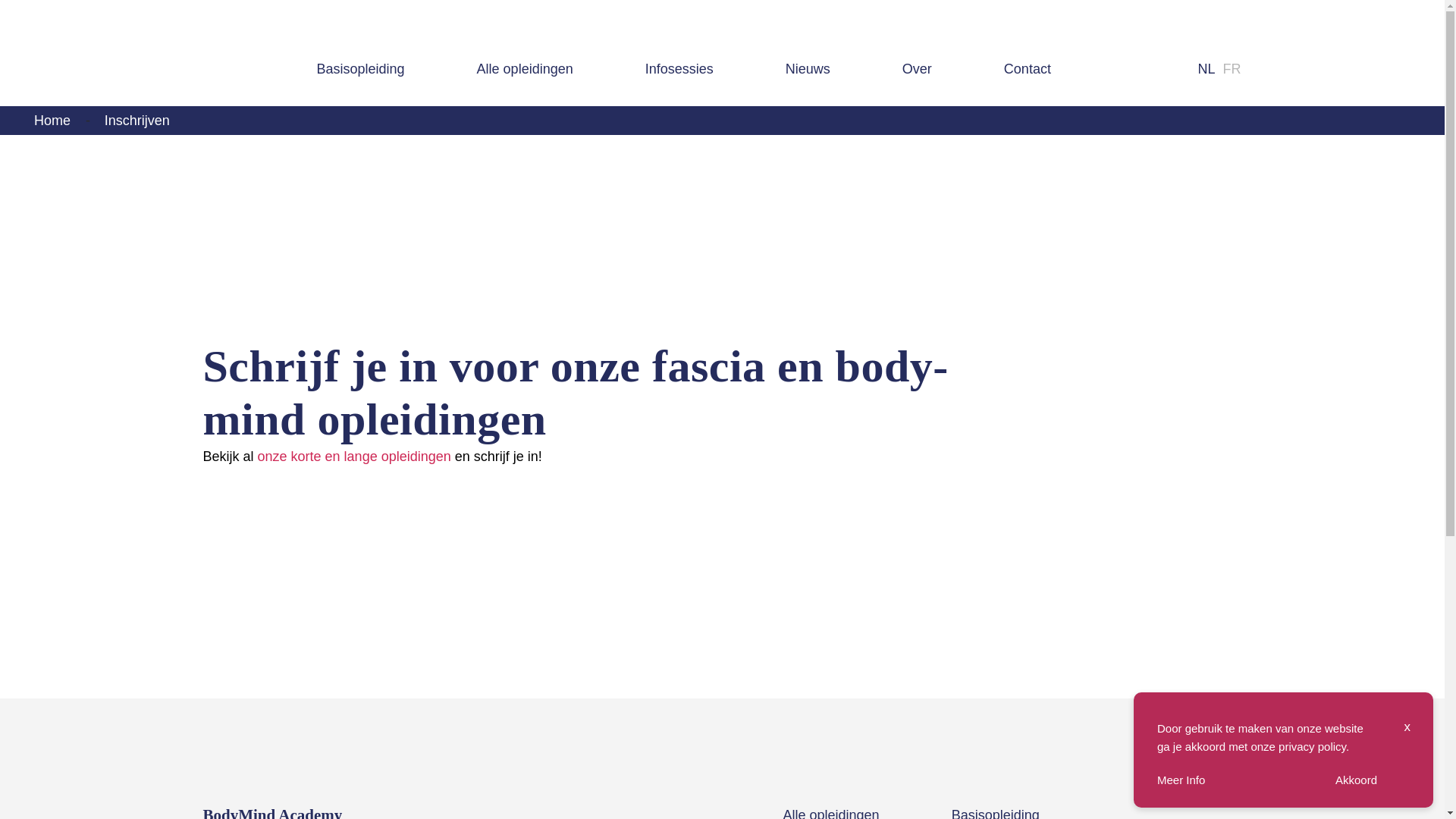 The image size is (1456, 819). What do you see at coordinates (807, 69) in the screenshot?
I see `'Nieuws'` at bounding box center [807, 69].